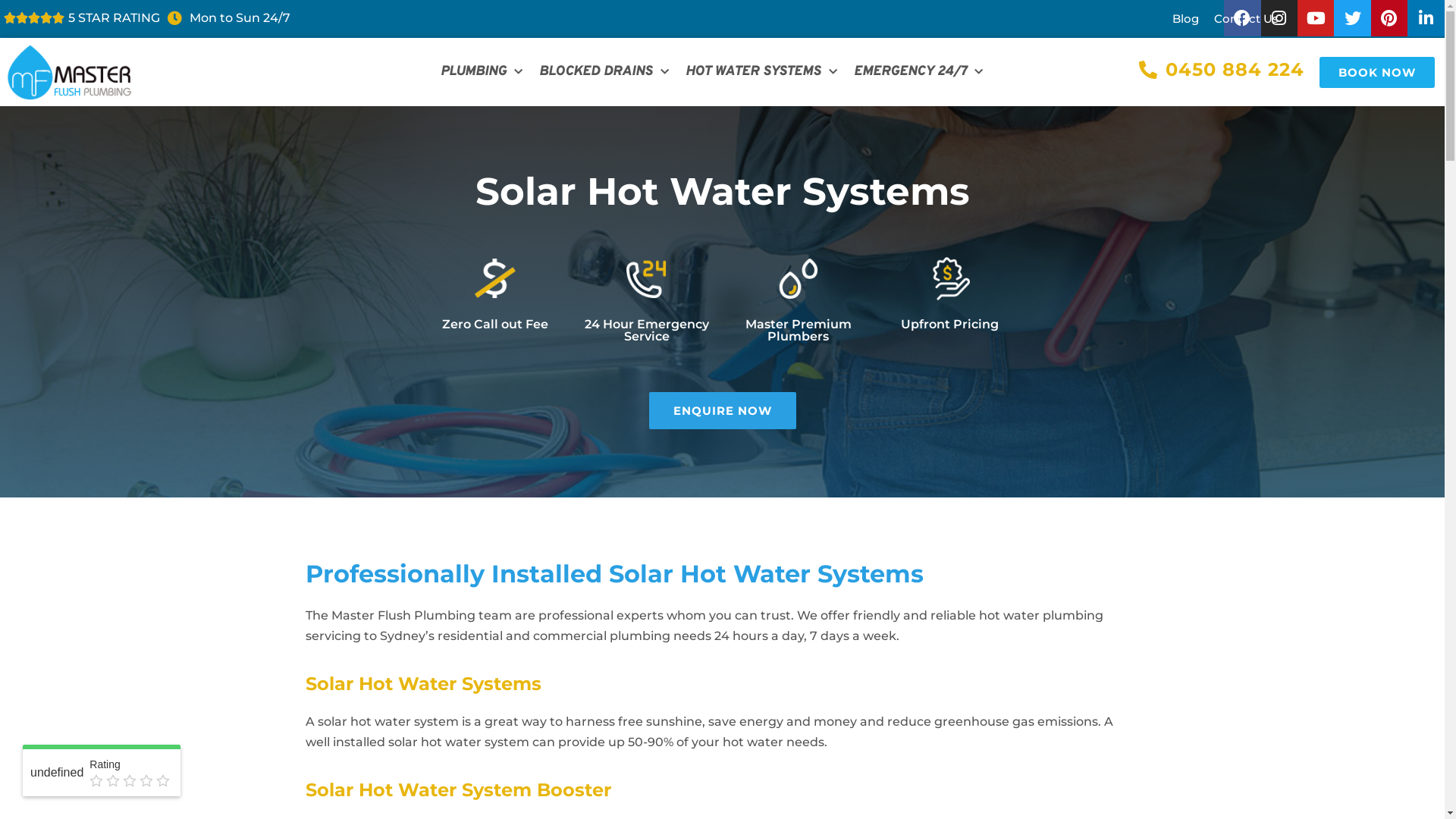 This screenshot has height=819, width=1456. Describe the element at coordinates (722, 410) in the screenshot. I see `'ENQUIRE NOW'` at that location.